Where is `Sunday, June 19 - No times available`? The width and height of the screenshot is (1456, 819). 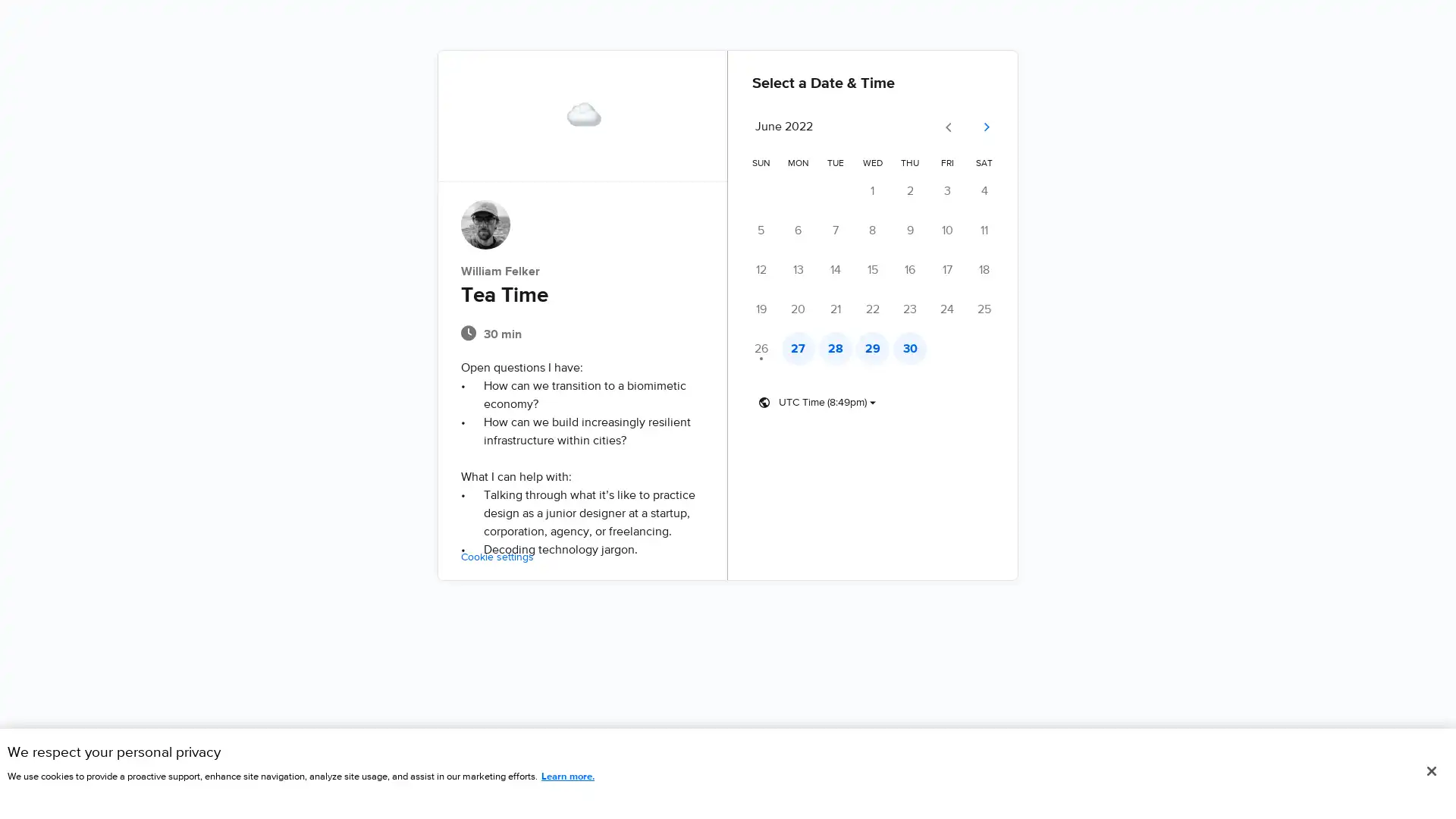
Sunday, June 19 - No times available is located at coordinates (761, 309).